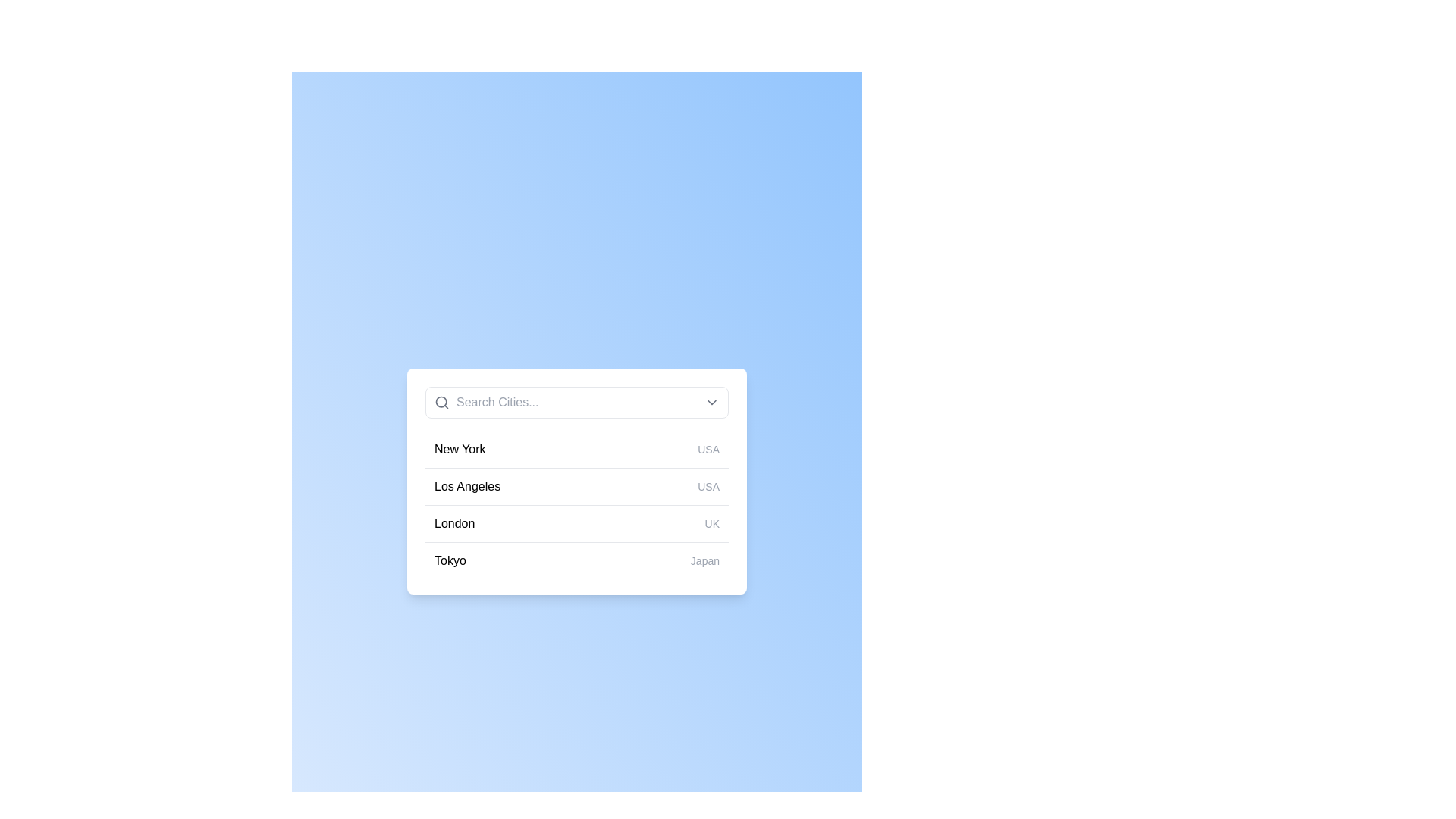 This screenshot has height=819, width=1456. Describe the element at coordinates (576, 503) in the screenshot. I see `the selectable list item for 'Los Angeles' located as the second item in the dropdown list, positioned between 'New York, USA' and 'London, UK'` at that location.